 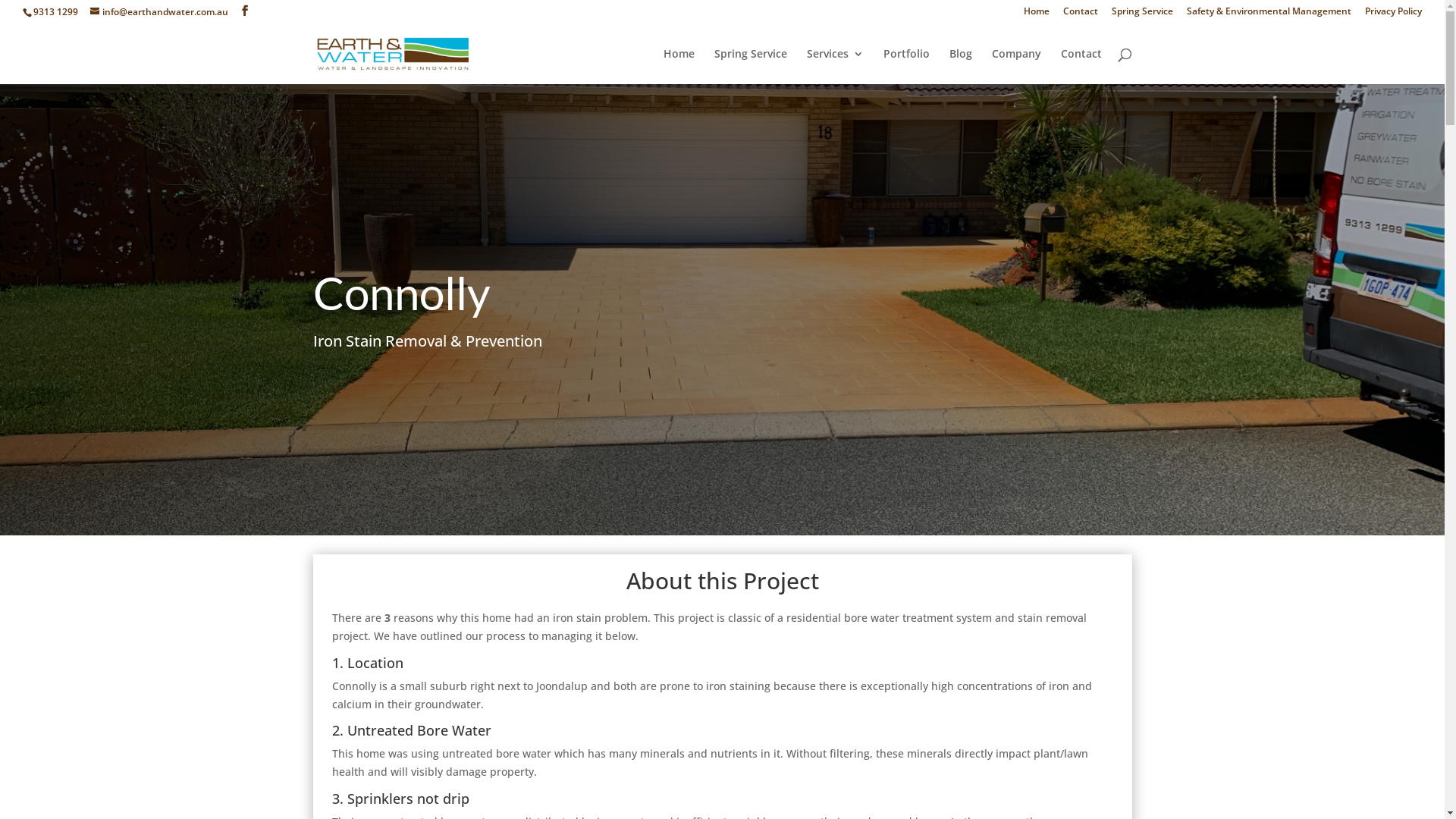 I want to click on 'Company', so click(x=992, y=65).